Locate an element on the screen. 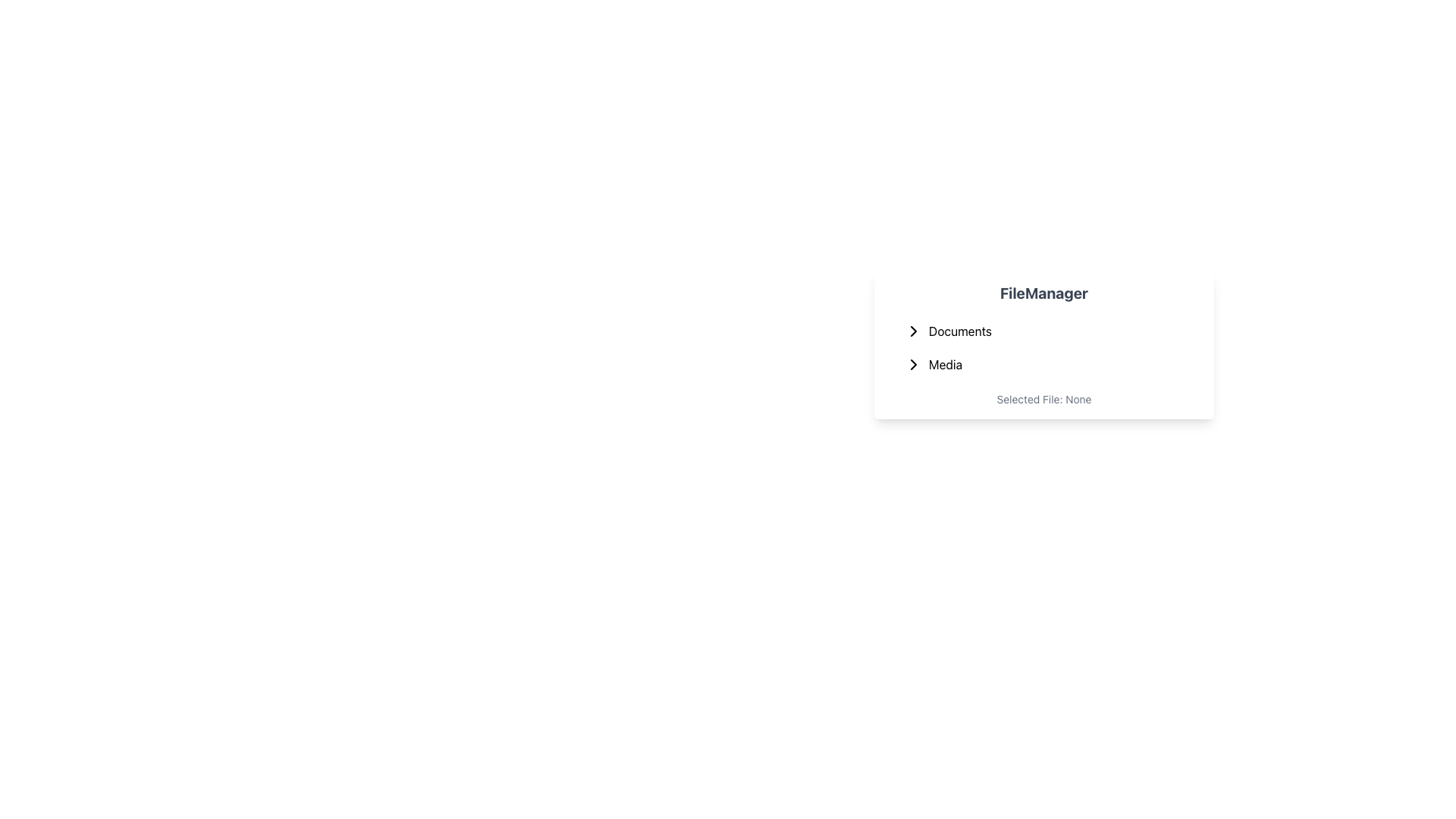 Image resolution: width=1456 pixels, height=819 pixels. the Text Label that represents the media contents category in the FileManager section is located at coordinates (945, 365).